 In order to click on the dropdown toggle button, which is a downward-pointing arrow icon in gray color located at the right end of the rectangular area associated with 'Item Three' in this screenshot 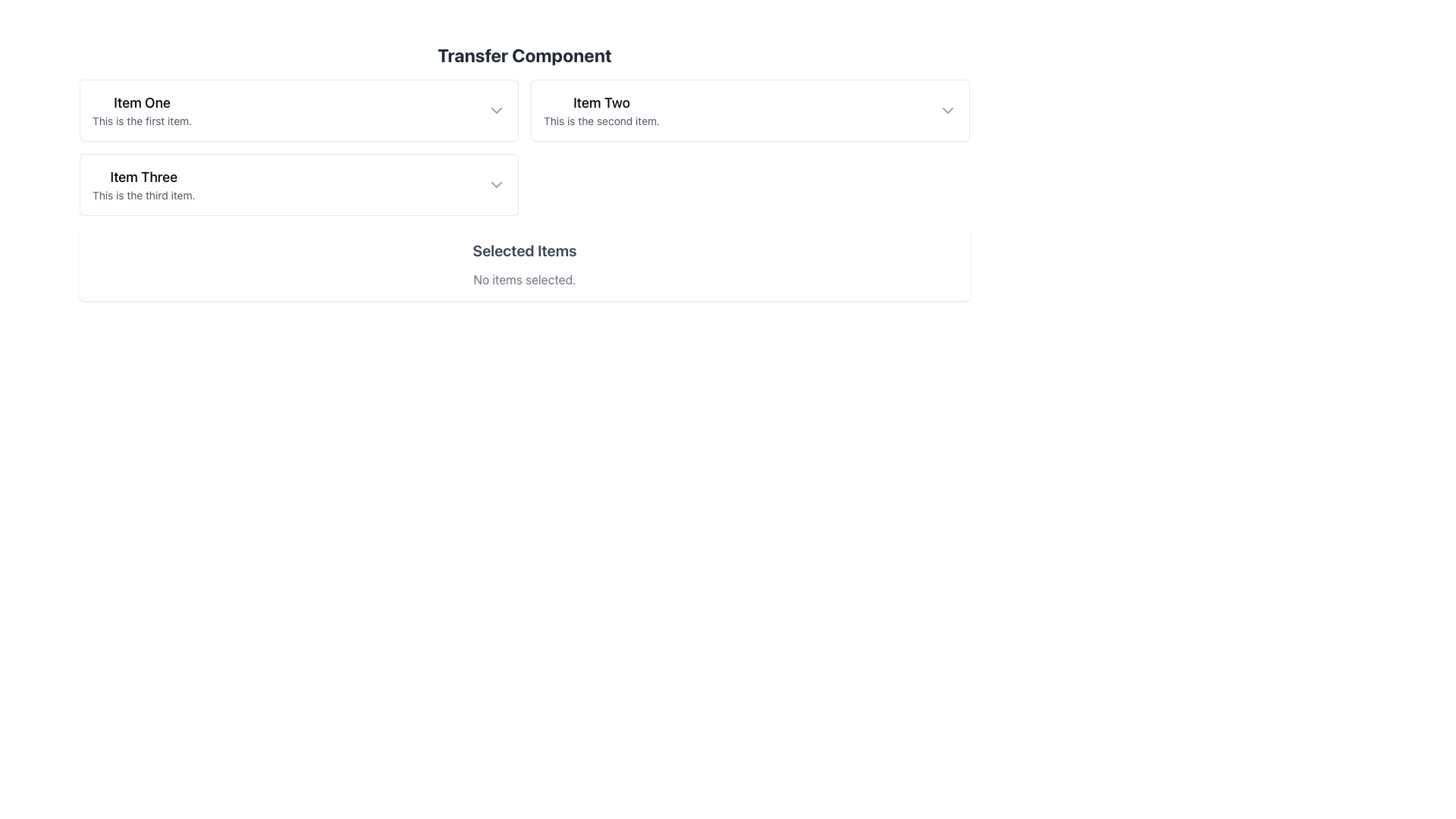, I will do `click(496, 184)`.